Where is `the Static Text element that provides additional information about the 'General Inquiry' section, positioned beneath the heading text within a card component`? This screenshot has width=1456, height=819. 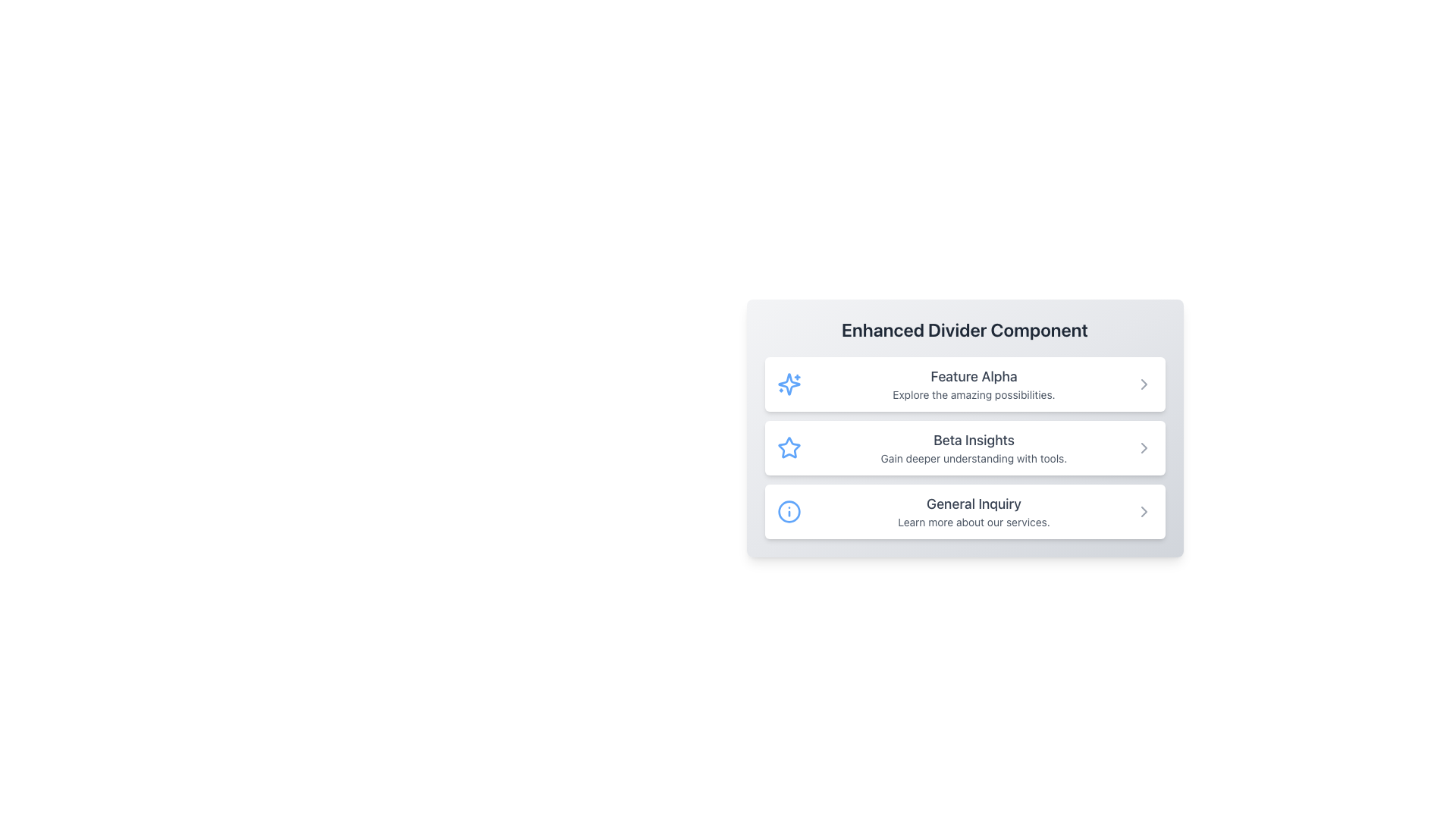
the Static Text element that provides additional information about the 'General Inquiry' section, positioned beneath the heading text within a card component is located at coordinates (974, 522).